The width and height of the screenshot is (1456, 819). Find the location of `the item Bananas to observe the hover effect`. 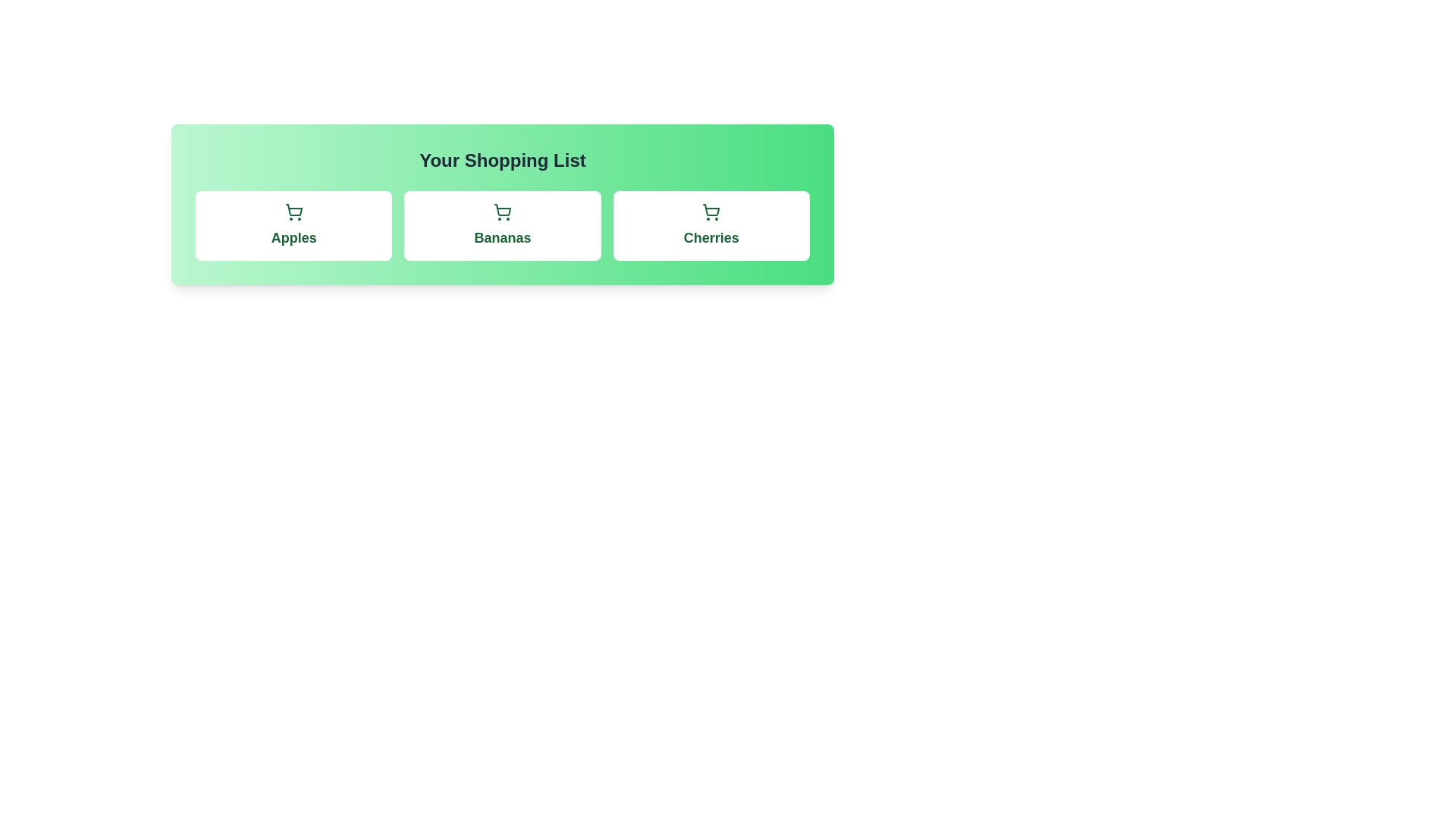

the item Bananas to observe the hover effect is located at coordinates (502, 225).